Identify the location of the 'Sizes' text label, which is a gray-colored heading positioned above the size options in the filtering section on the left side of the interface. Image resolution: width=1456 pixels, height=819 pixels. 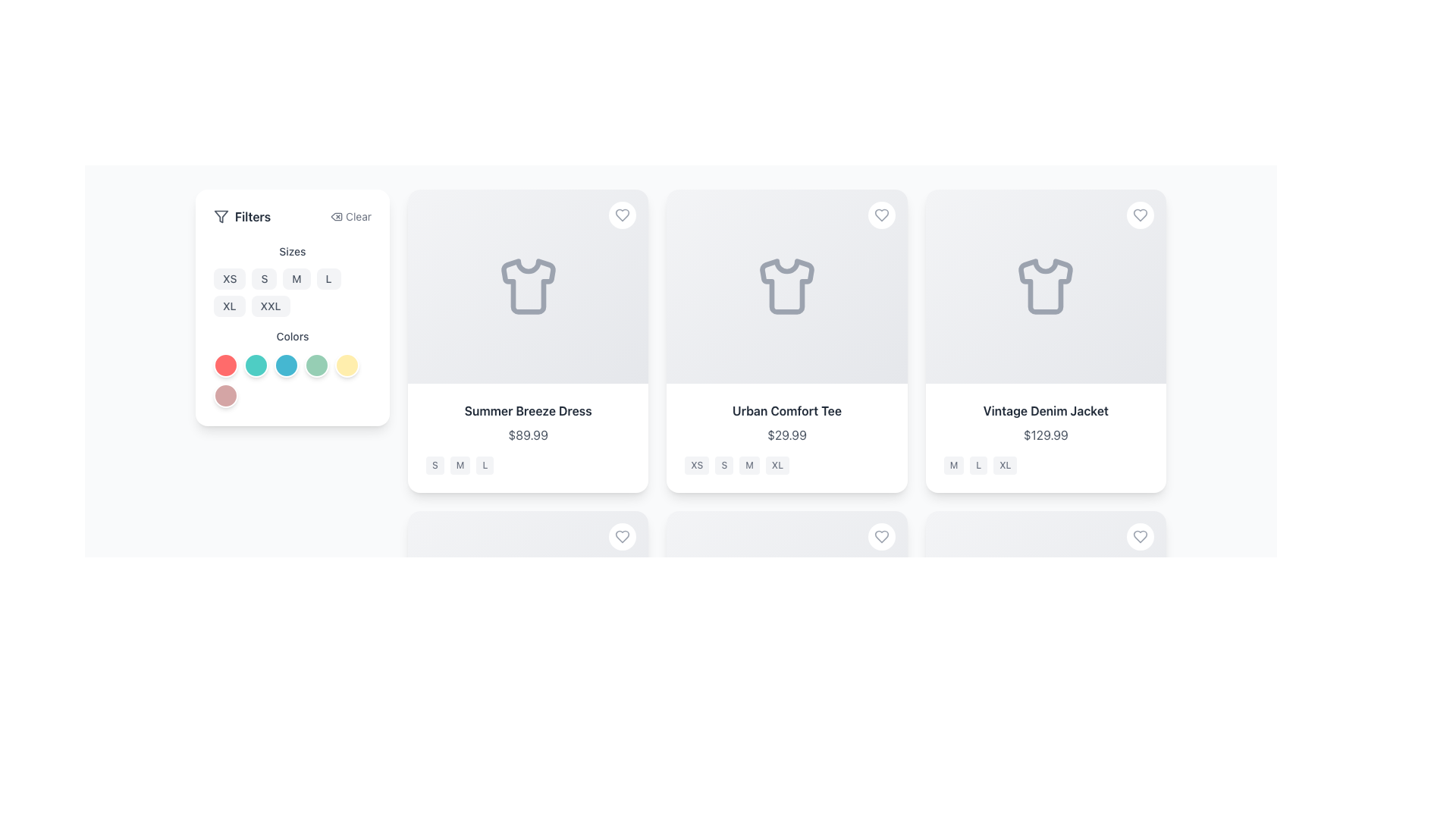
(292, 250).